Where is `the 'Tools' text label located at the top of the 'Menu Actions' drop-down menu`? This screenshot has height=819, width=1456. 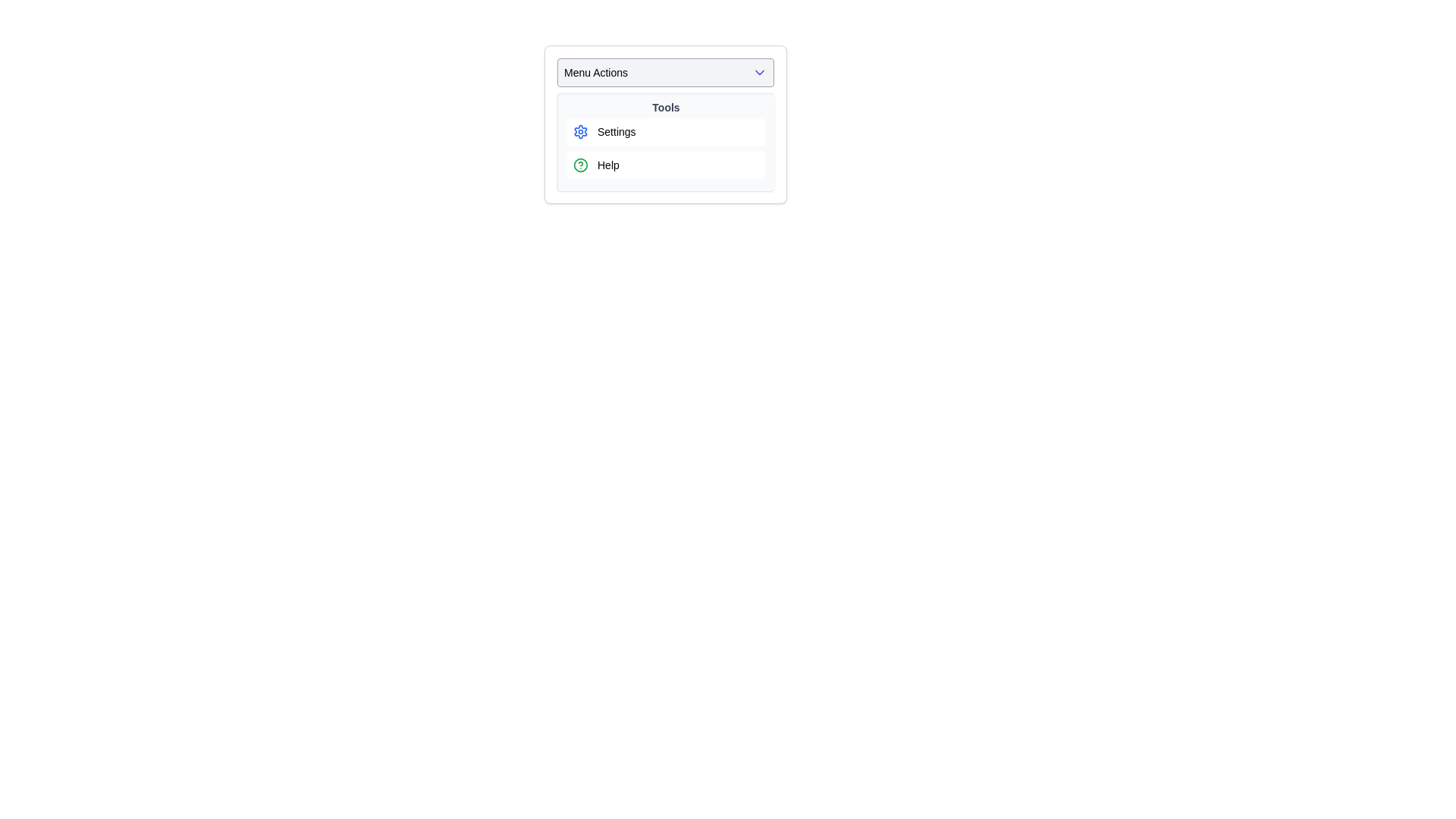
the 'Tools' text label located at the top of the 'Menu Actions' drop-down menu is located at coordinates (666, 107).